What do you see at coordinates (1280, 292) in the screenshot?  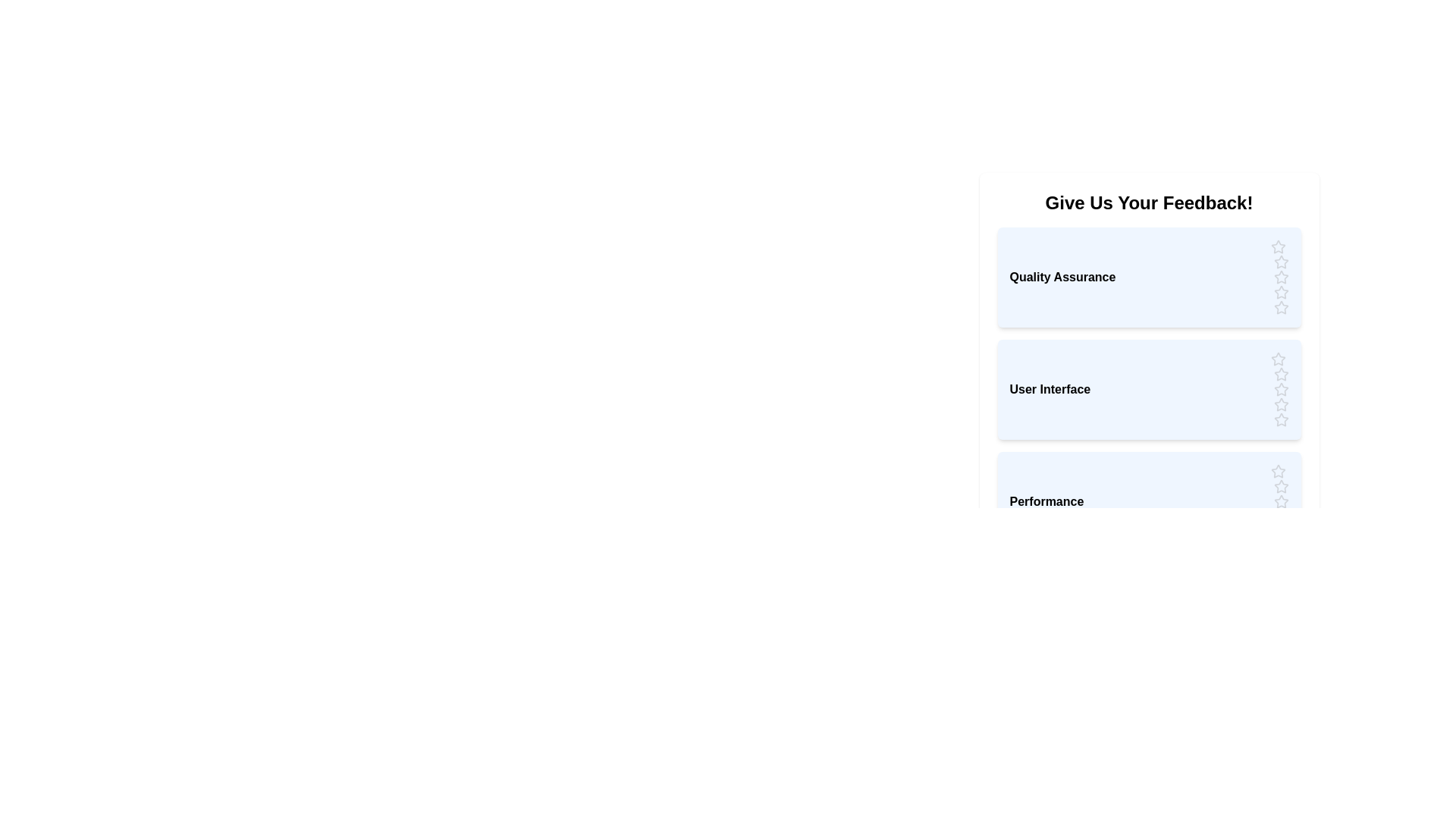 I see `the rating for the category 'Quality Assurance' to 4 stars` at bounding box center [1280, 292].